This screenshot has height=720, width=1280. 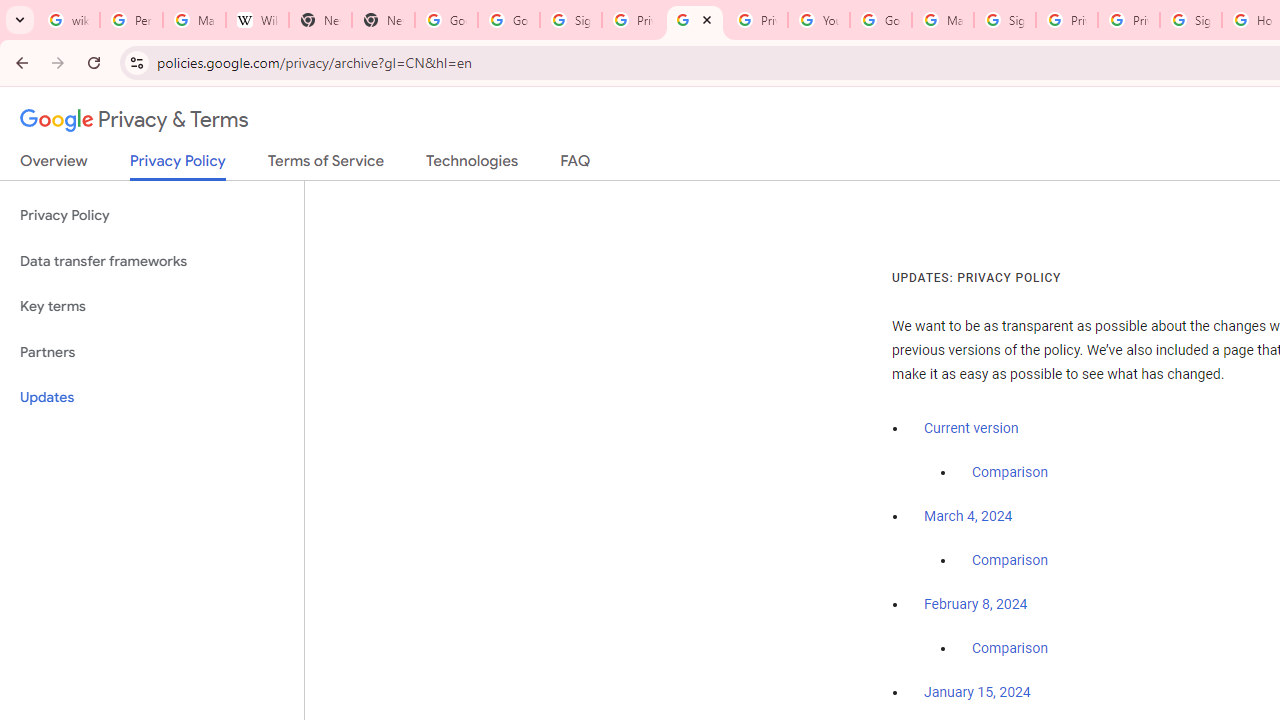 I want to click on 'Privacy & Terms', so click(x=134, y=120).